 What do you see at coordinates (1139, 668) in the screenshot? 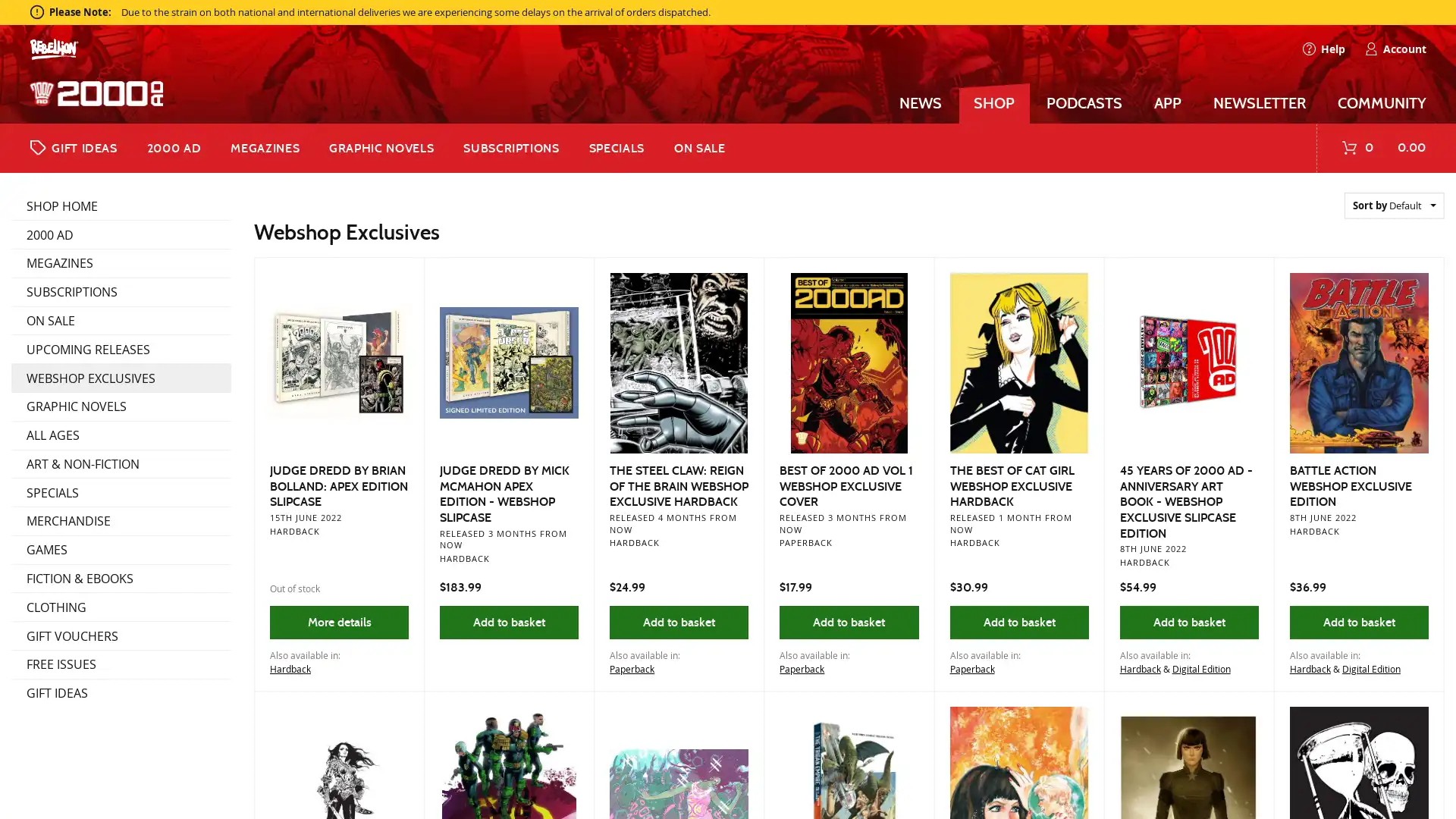
I see `Hardback` at bounding box center [1139, 668].